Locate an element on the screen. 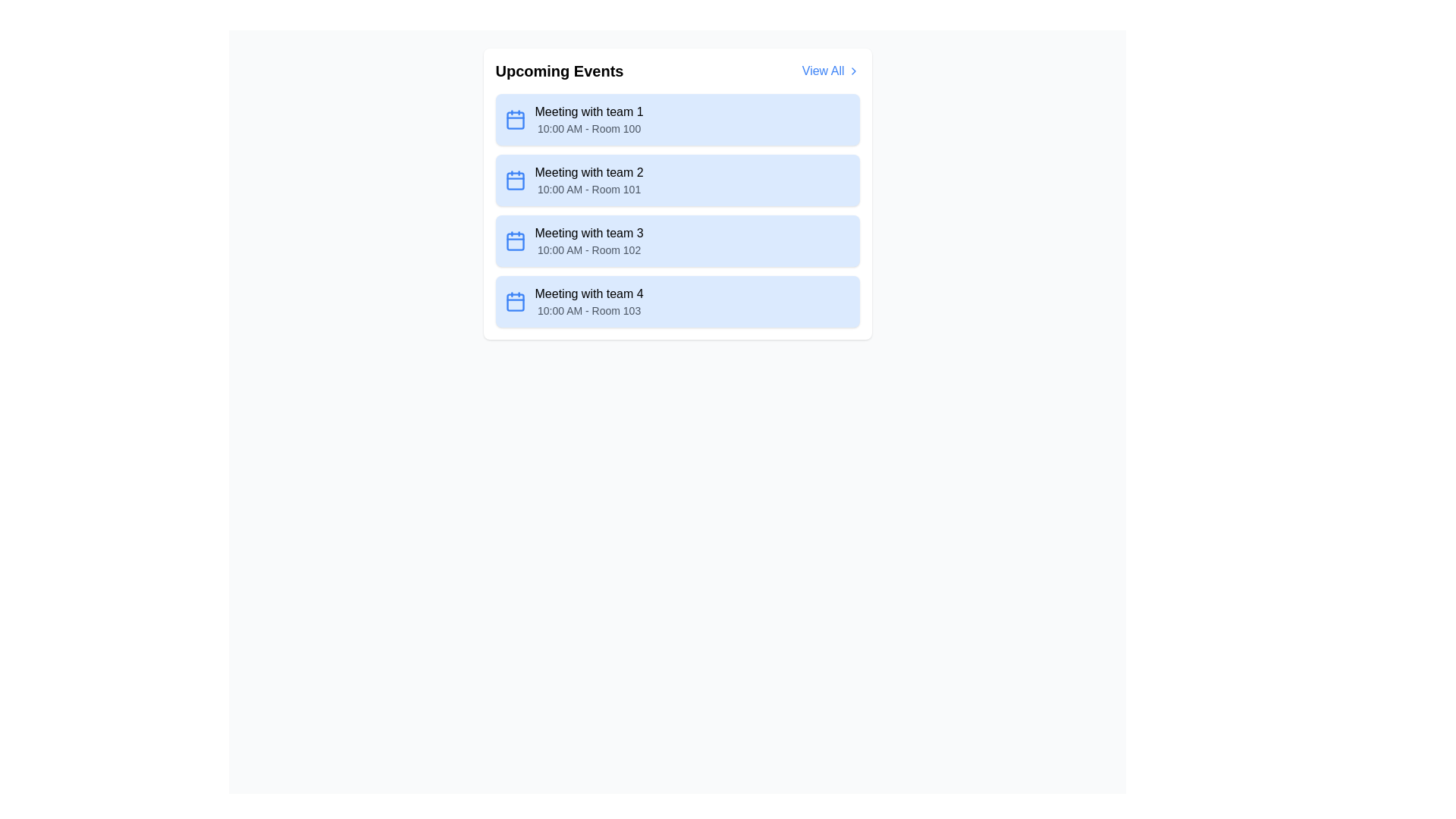 The image size is (1456, 819). the static text label identifying the event name, which is the second item under the 'Upcoming Events' header, located above '10:00 AM - Room 101' is located at coordinates (588, 171).